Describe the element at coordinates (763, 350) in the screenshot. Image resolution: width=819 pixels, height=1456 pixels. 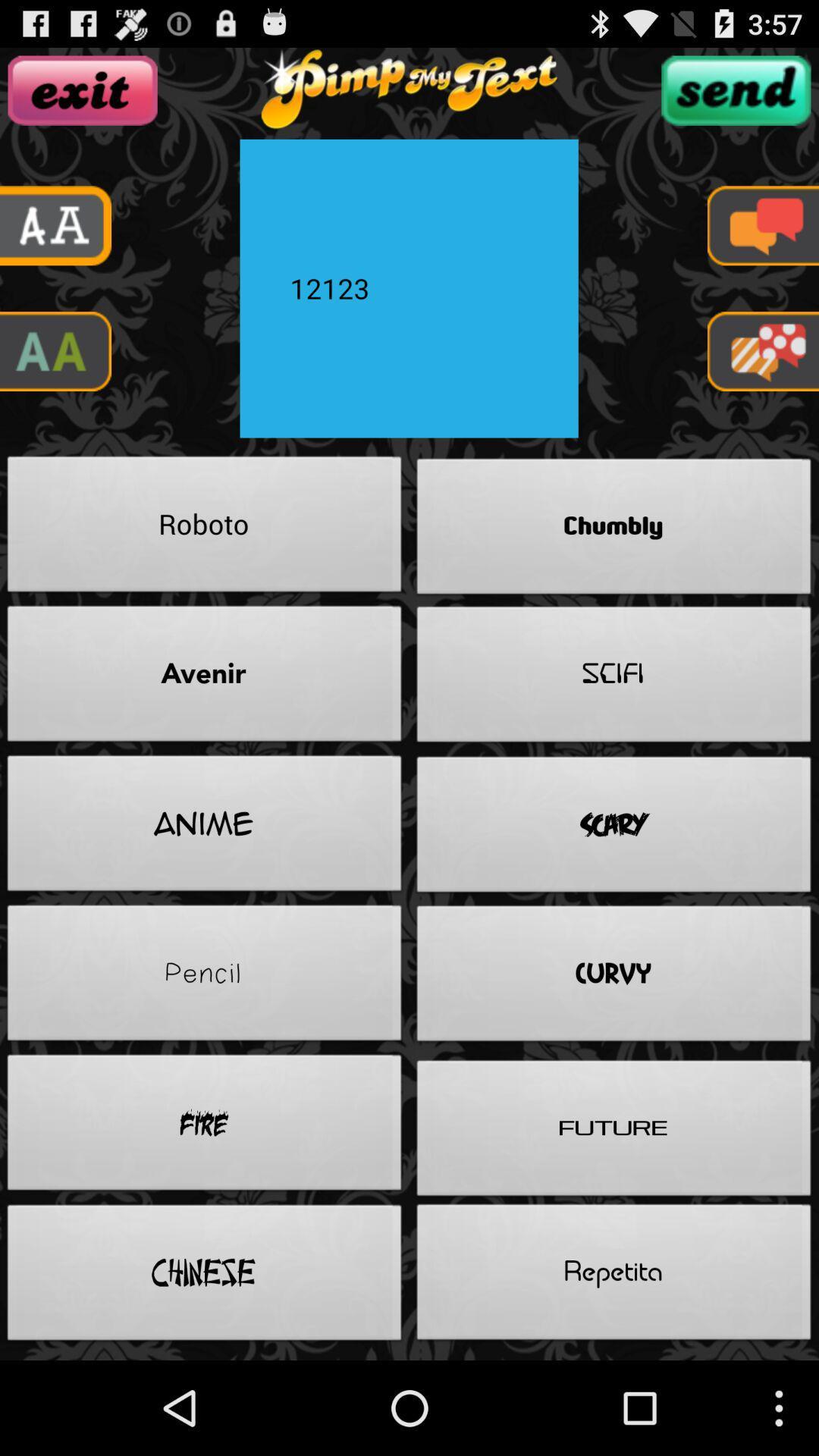
I see `menu pega` at that location.